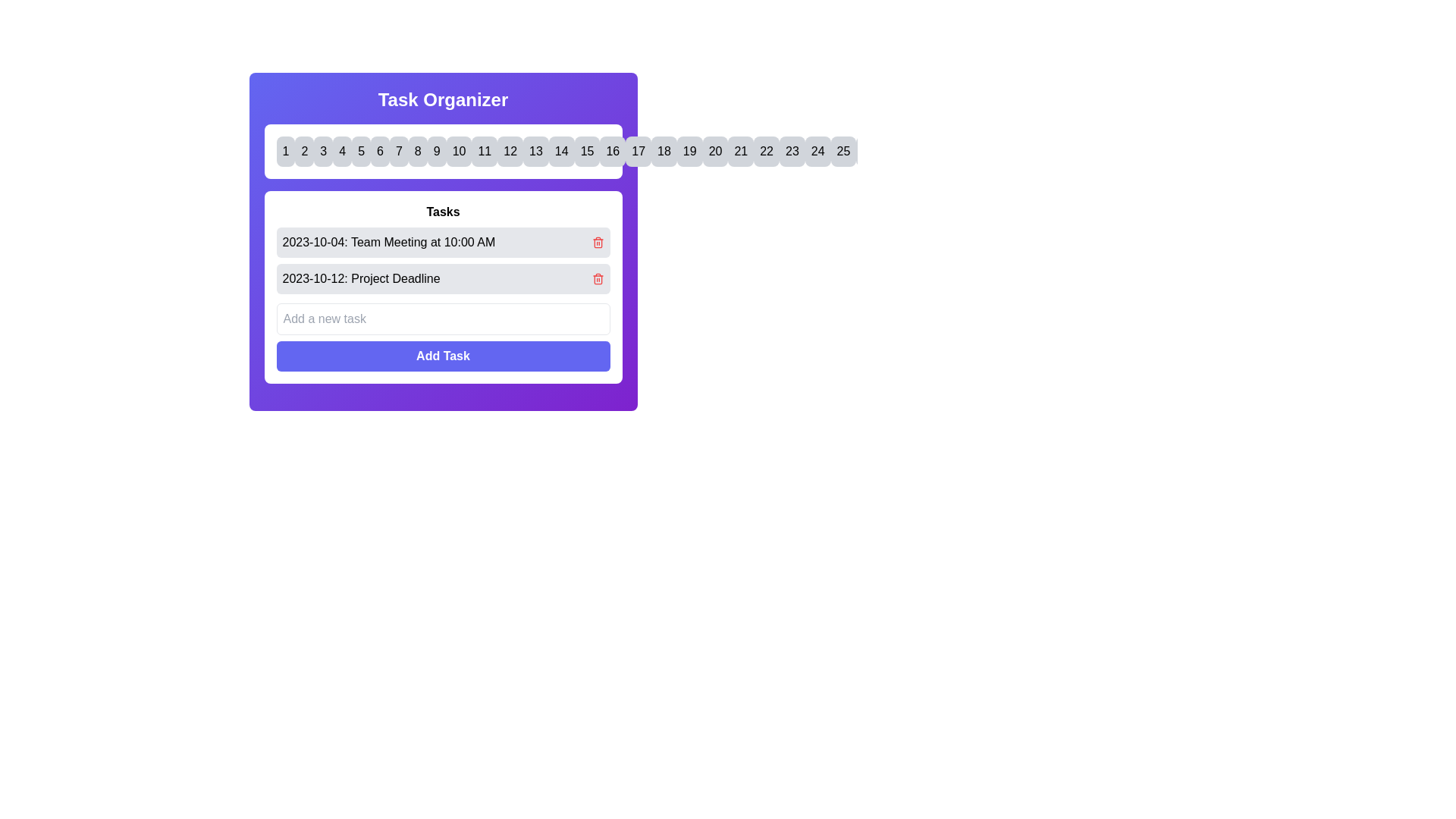 This screenshot has height=819, width=1456. I want to click on the button displaying the number '12' in black text, which is surrounded by a light gray, rounded rectangle, so click(510, 152).